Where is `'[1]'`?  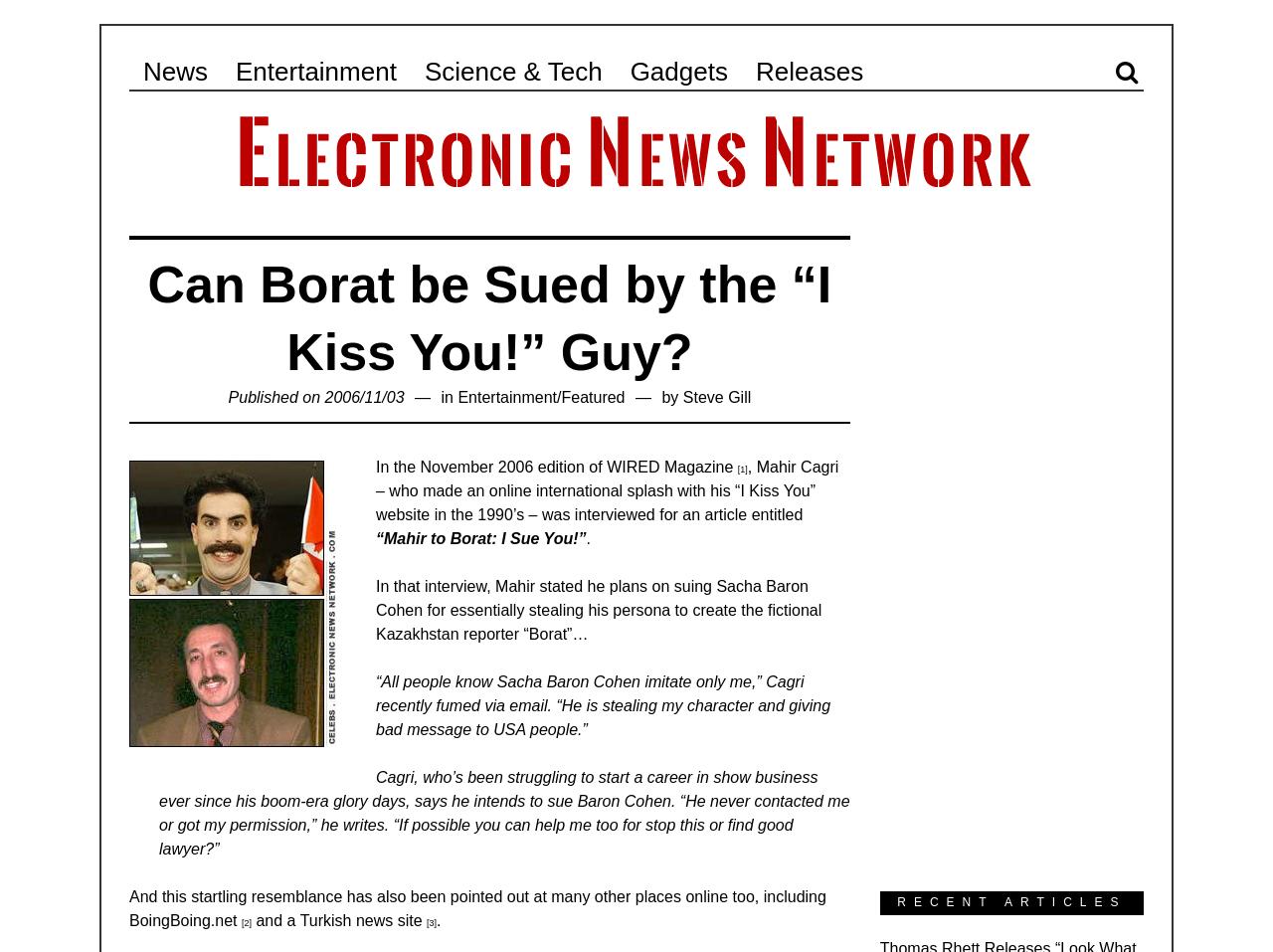
'[1]' is located at coordinates (735, 468).